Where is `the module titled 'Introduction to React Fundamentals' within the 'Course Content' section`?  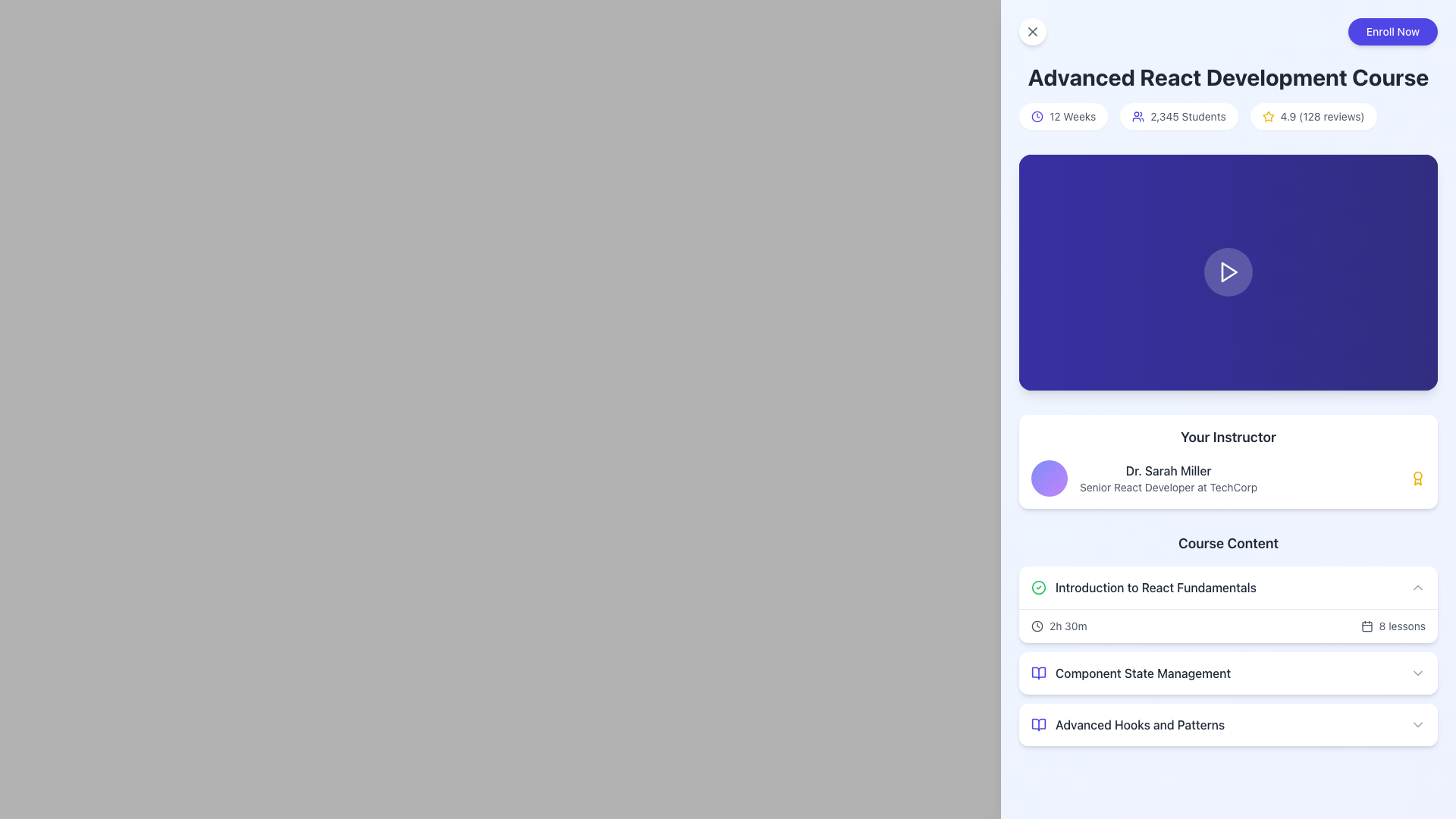 the module titled 'Introduction to React Fundamentals' within the 'Course Content' section is located at coordinates (1228, 639).